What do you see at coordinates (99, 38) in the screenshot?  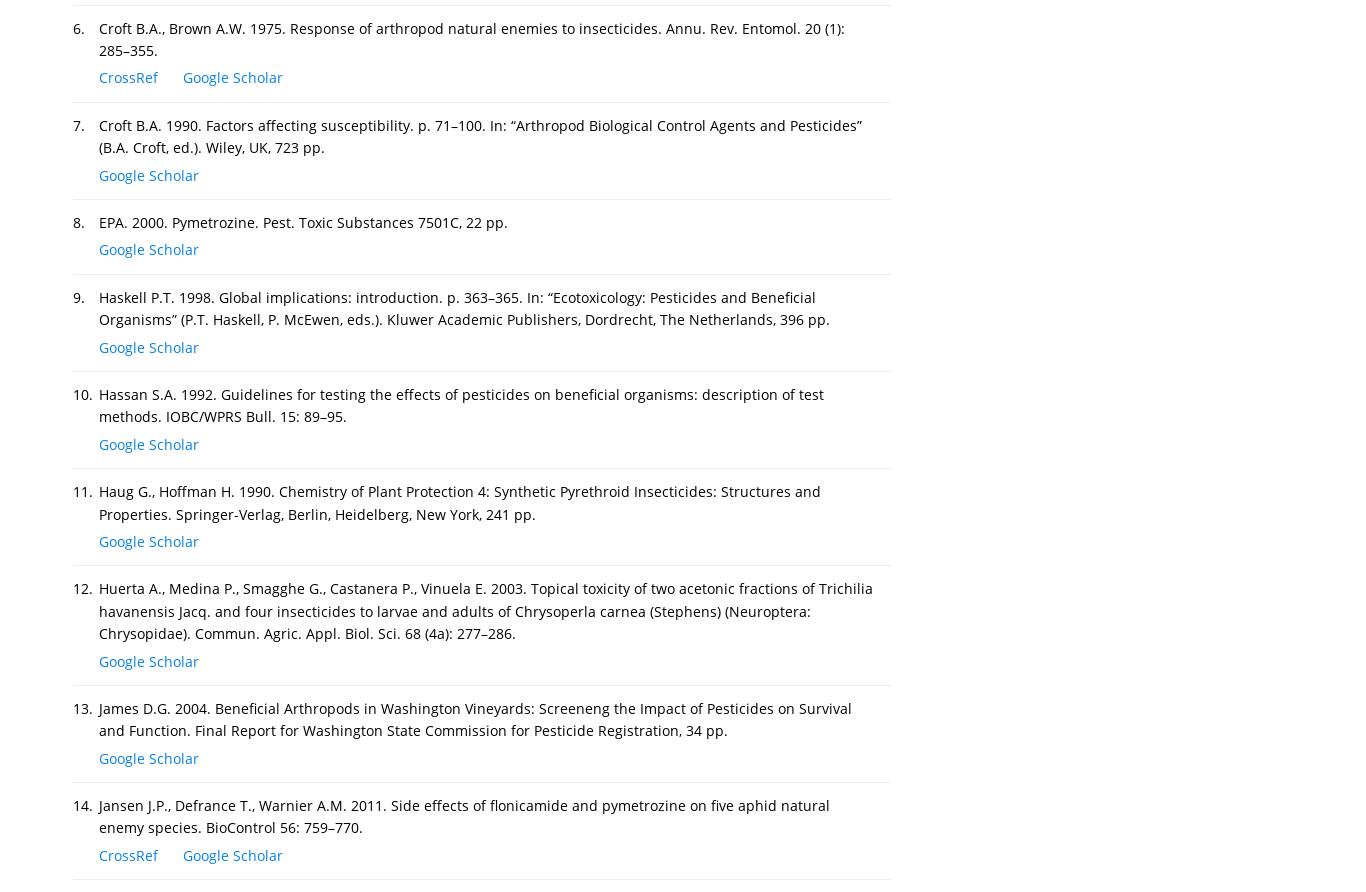 I see `'Croft B.A., Brown A.W. 1975. Response of arthropod natural enemies to insecticides. Annu. Rev. Entomol. 20 (1): 285–355.'` at bounding box center [99, 38].